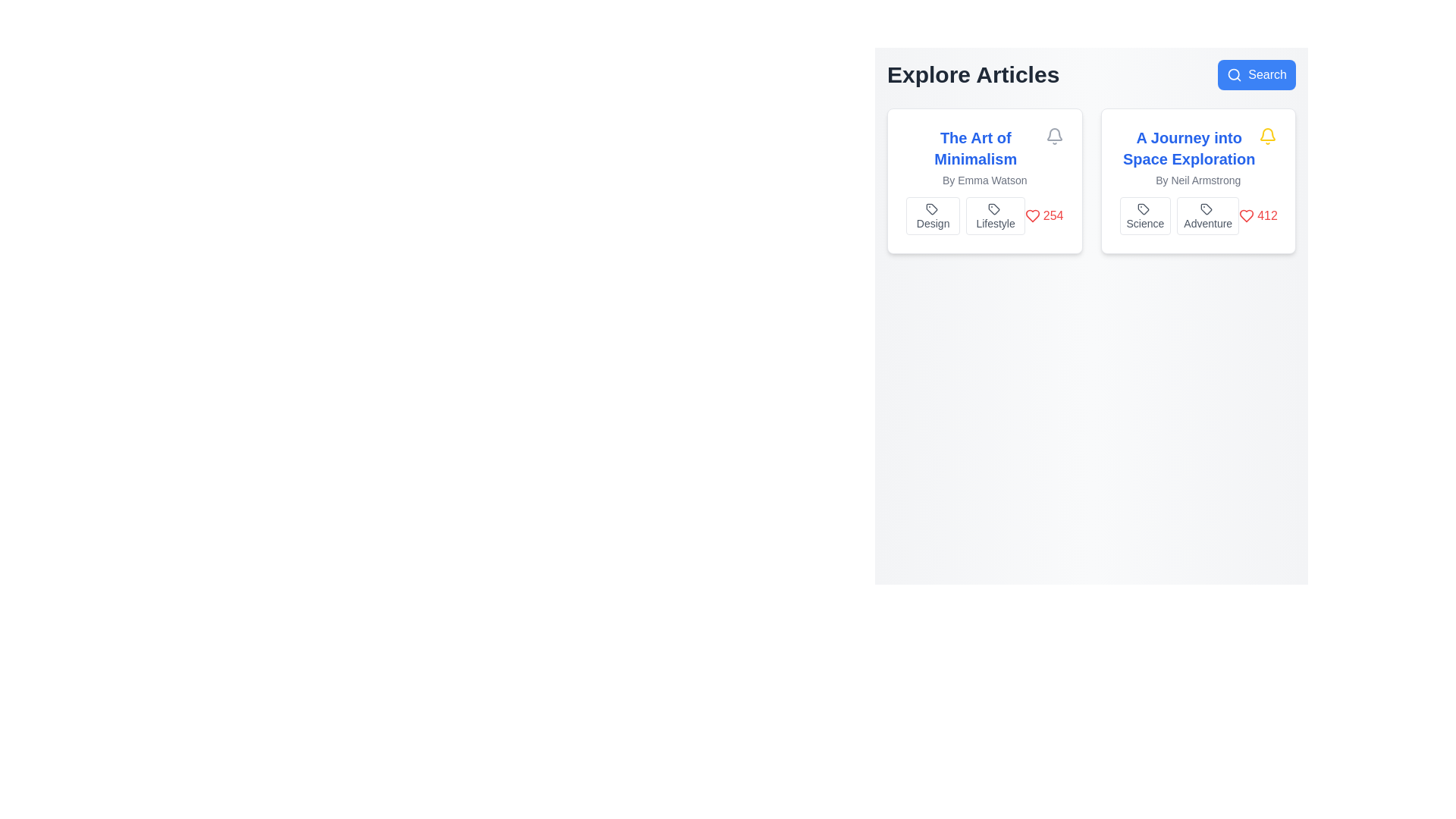  I want to click on the icon representing the 'Design' tag located in the first card under the title 'The Art of Minimalism'. This icon is the leftmost tag in a horizontal group of tags, so click(930, 209).